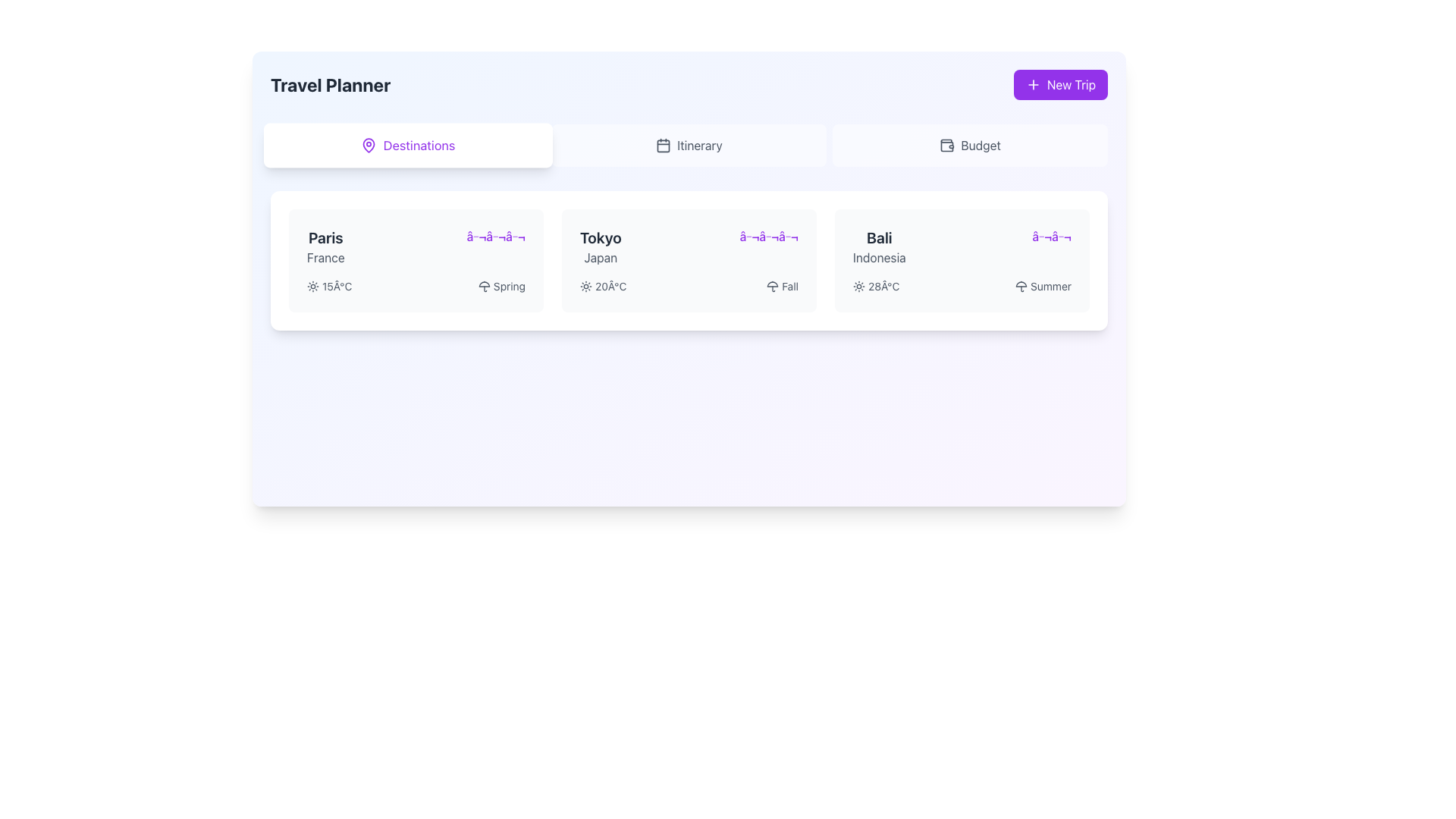  Describe the element at coordinates (663, 146) in the screenshot. I see `the graphical shape within the calendar icon, which serves as a visual representation of the calendar` at that location.